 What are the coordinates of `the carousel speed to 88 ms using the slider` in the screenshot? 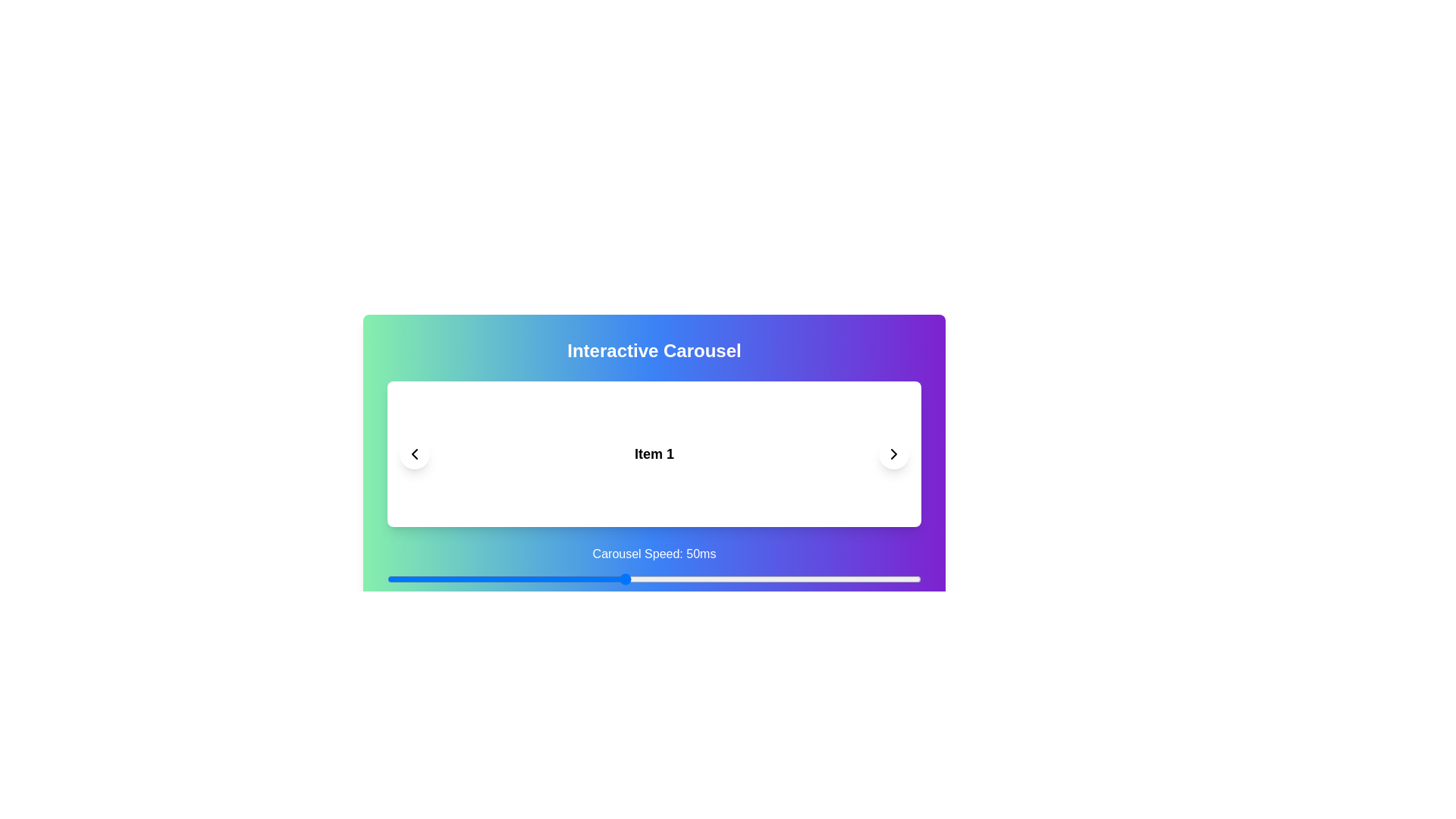 It's located at (850, 579).